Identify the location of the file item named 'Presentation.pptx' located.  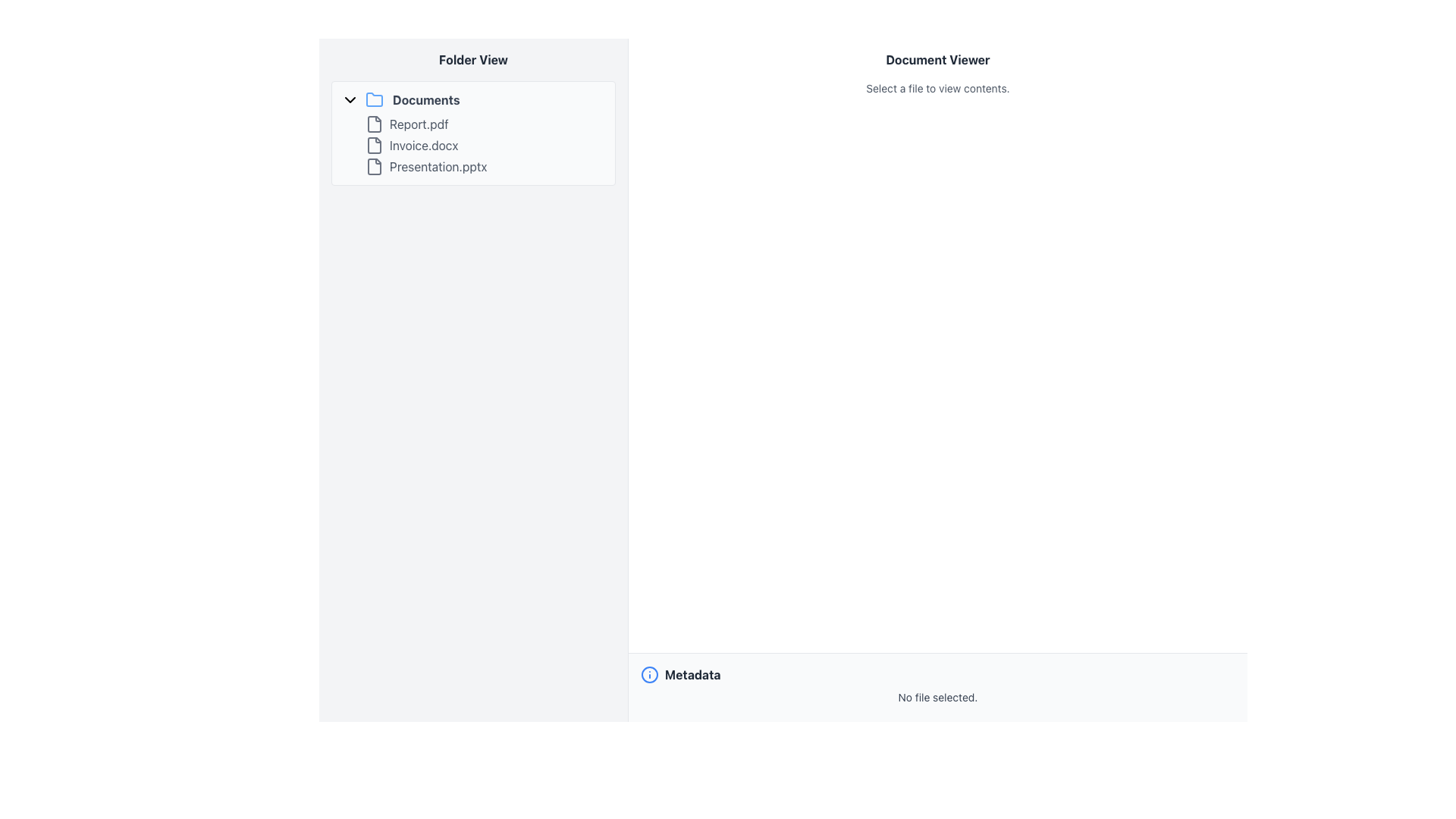
(485, 166).